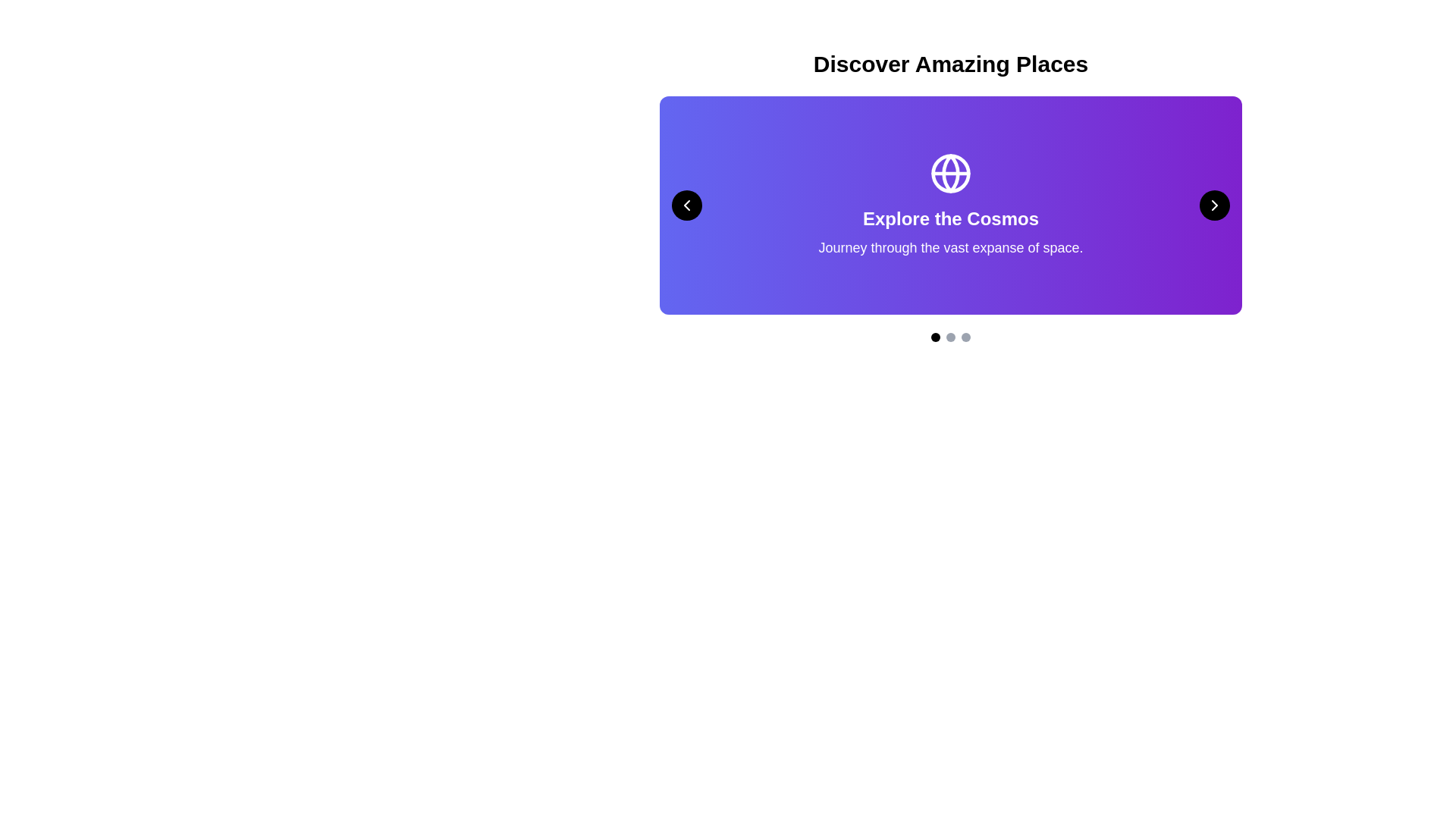 Image resolution: width=1456 pixels, height=819 pixels. What do you see at coordinates (949, 172) in the screenshot?
I see `the decorative globe icon at the center-top of the 'Explore the Cosmos' card in the horizontal carousel` at bounding box center [949, 172].